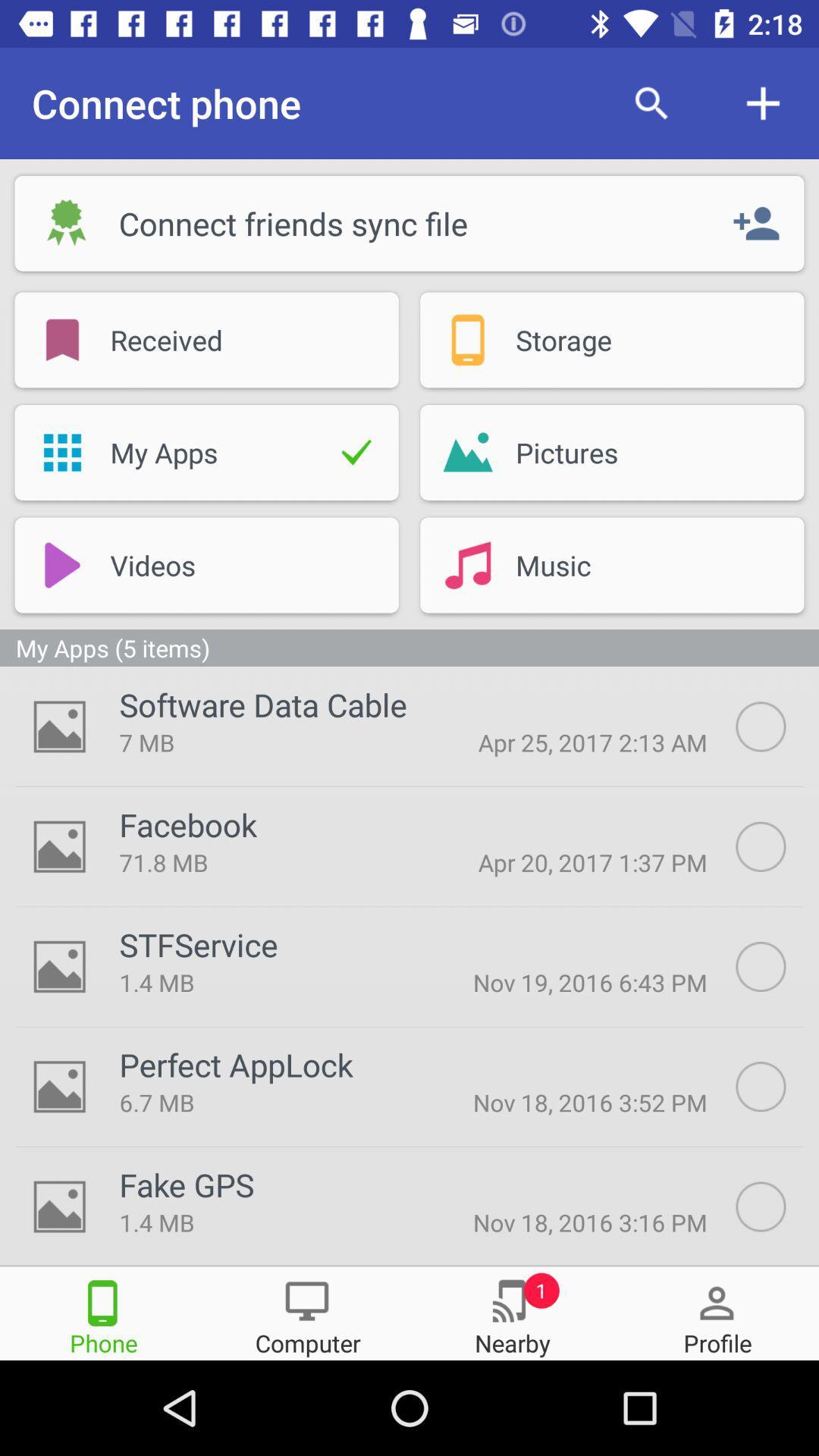 Image resolution: width=819 pixels, height=1456 pixels. What do you see at coordinates (61, 451) in the screenshot?
I see `the app to the left of my apps icon` at bounding box center [61, 451].